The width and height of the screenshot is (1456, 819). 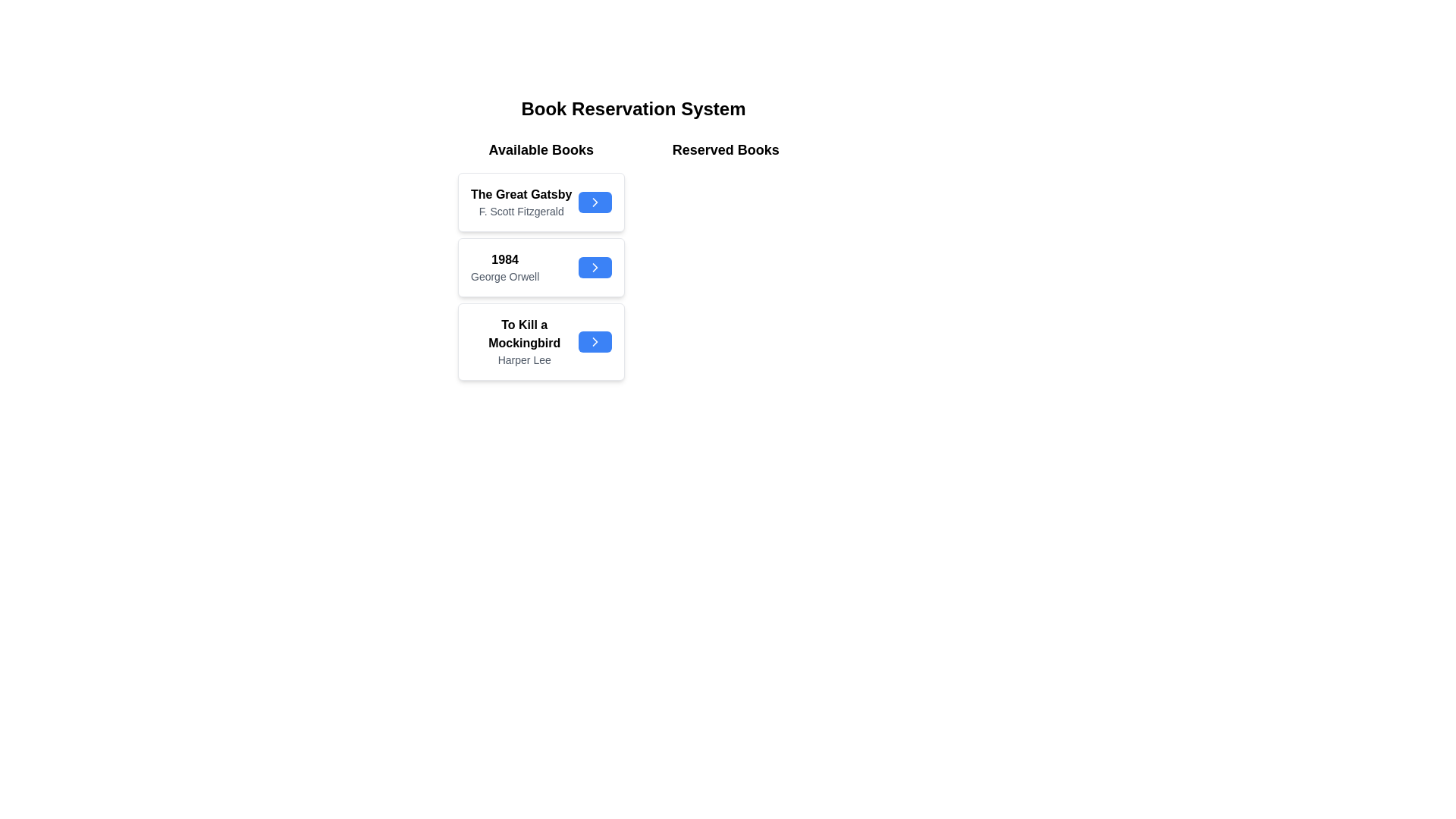 What do you see at coordinates (521, 211) in the screenshot?
I see `the text label displaying 'F. Scott Fitzgerald', which is styled in a smaller font and subtle gray color, located beneath the title 'The Great Gatsby' in the 'Available Books' section` at bounding box center [521, 211].